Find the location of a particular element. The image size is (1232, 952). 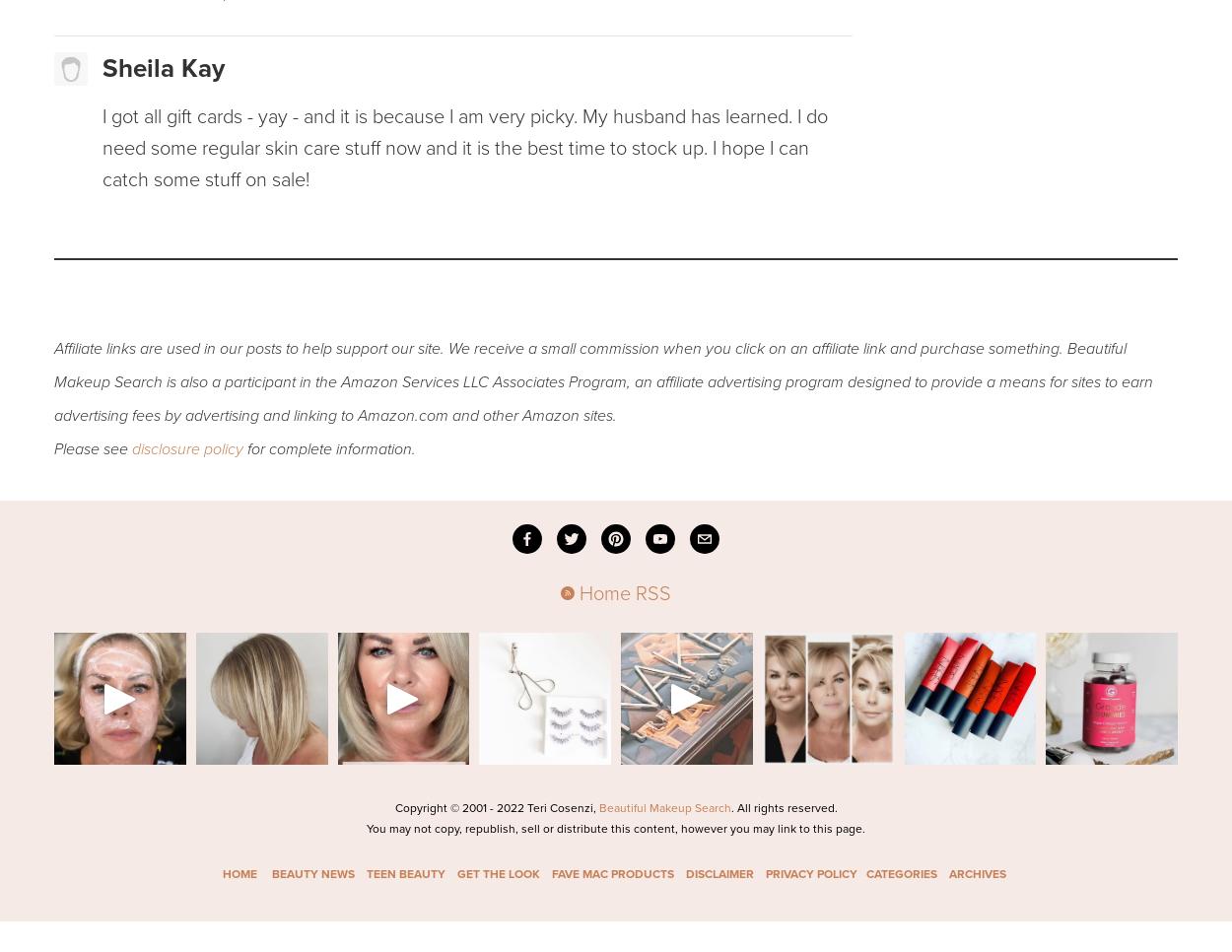

'You may not copy, republish, sell or distribute this content, however you may link to this page.' is located at coordinates (616, 827).